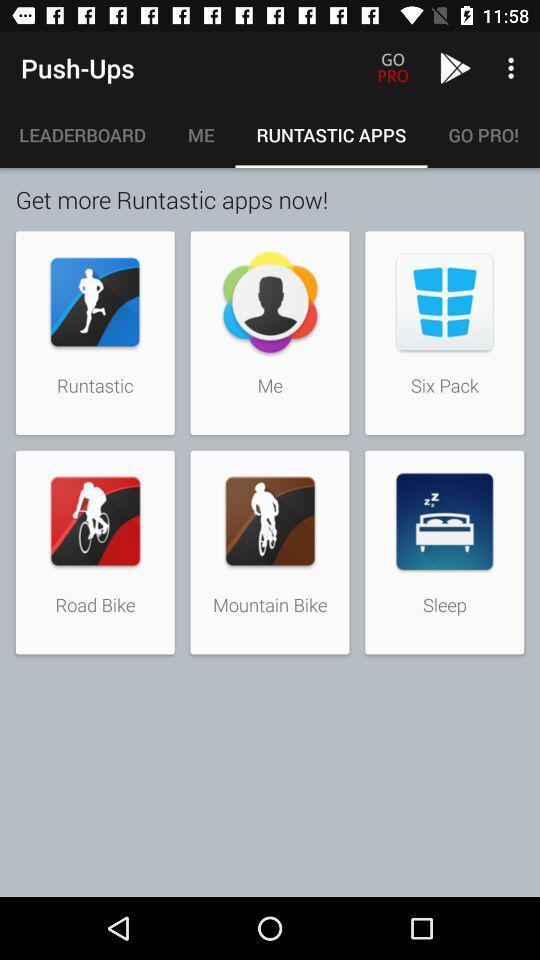  What do you see at coordinates (82, 134) in the screenshot?
I see `item to the left of me` at bounding box center [82, 134].